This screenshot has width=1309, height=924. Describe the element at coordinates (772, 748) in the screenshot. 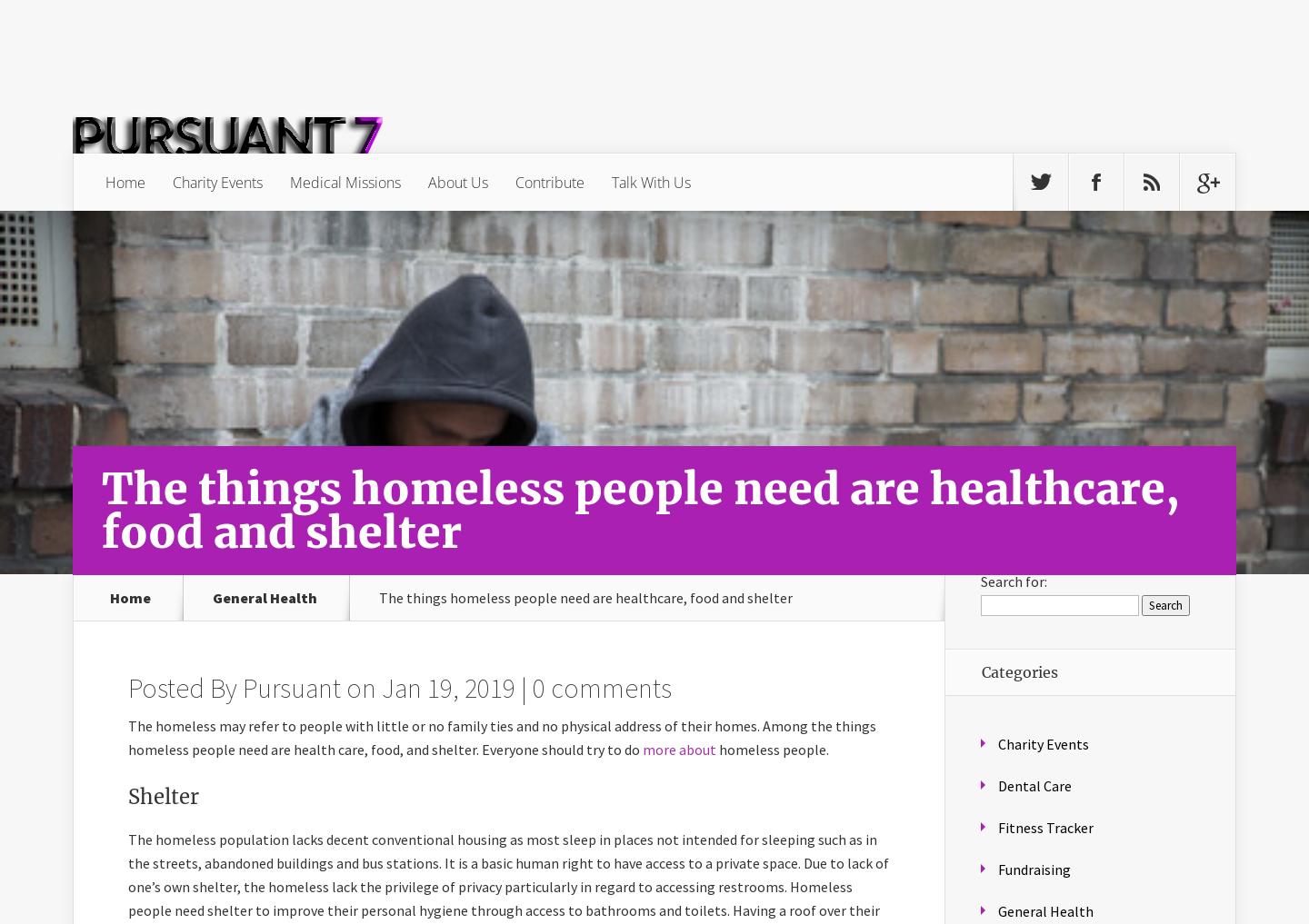

I see `'homeless people.'` at that location.